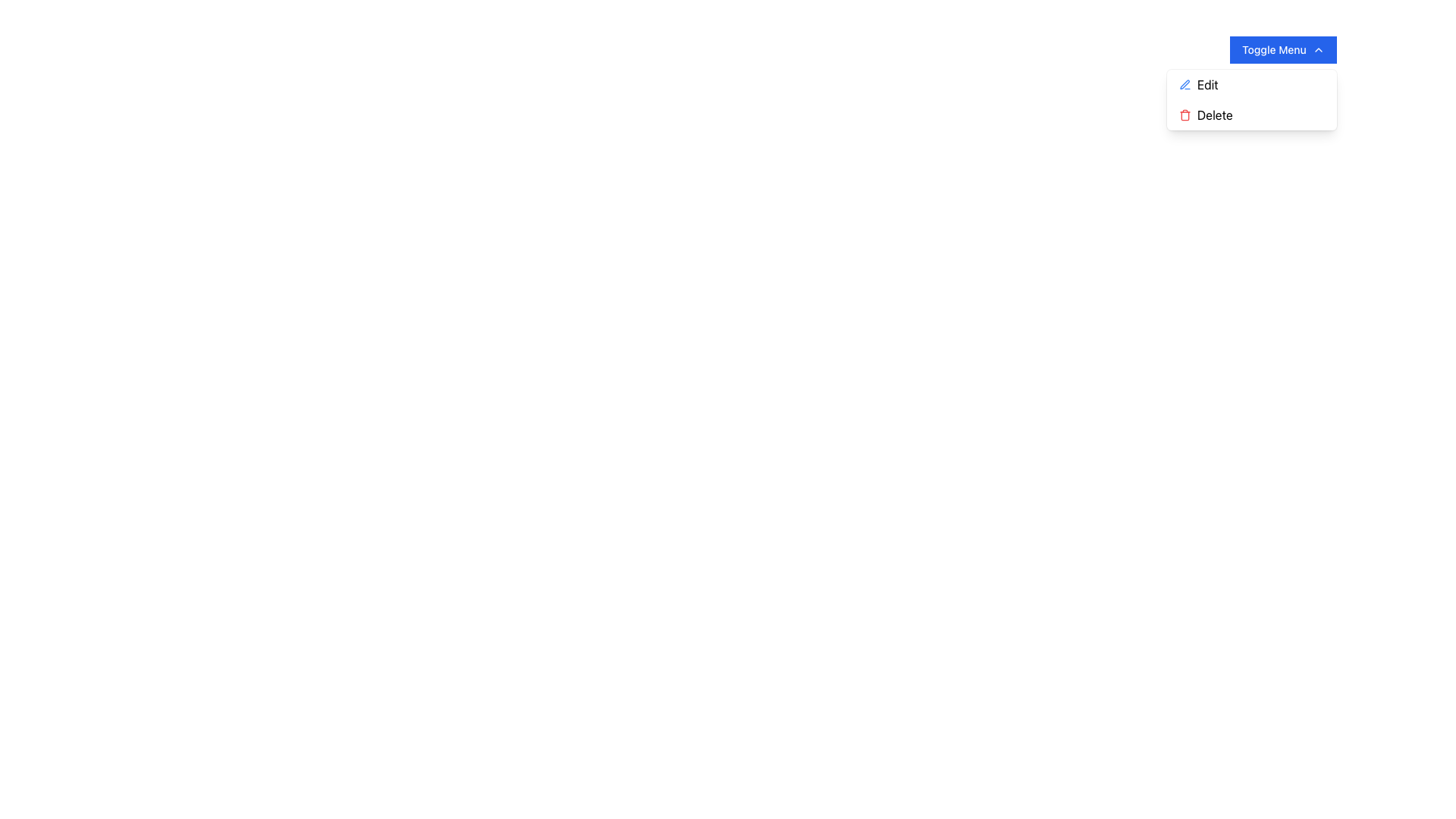 Image resolution: width=1456 pixels, height=819 pixels. What do you see at coordinates (1282, 49) in the screenshot?
I see `the Dropdown Toggle Button with blue background and white text reading 'Toggle Menu'` at bounding box center [1282, 49].